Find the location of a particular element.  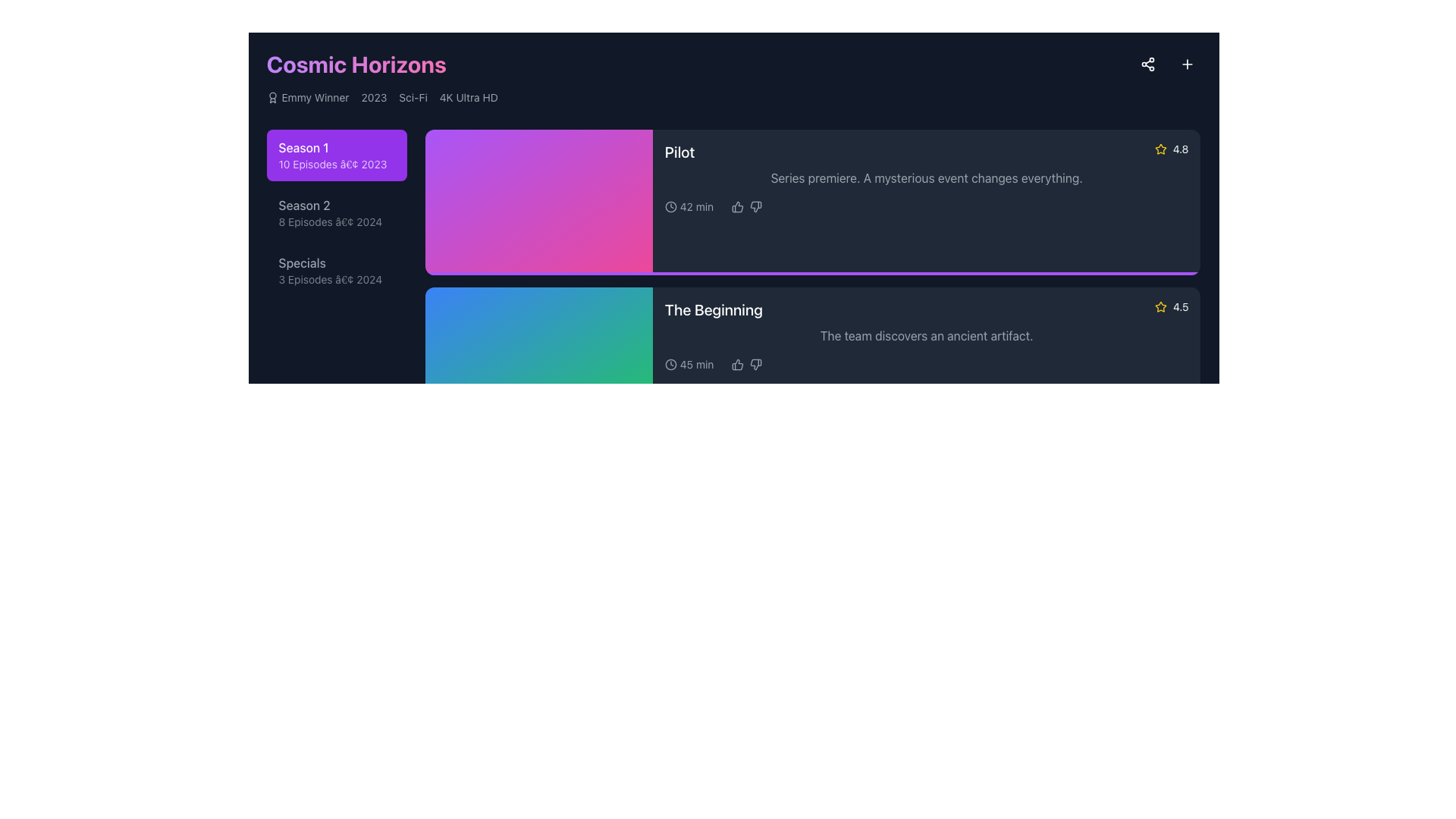

the circular clock icon located to the left of the '42 min' text in the 'Pilot' listing, which is styled with a minimal stroke design and includes a clock hand is located at coordinates (670, 207).